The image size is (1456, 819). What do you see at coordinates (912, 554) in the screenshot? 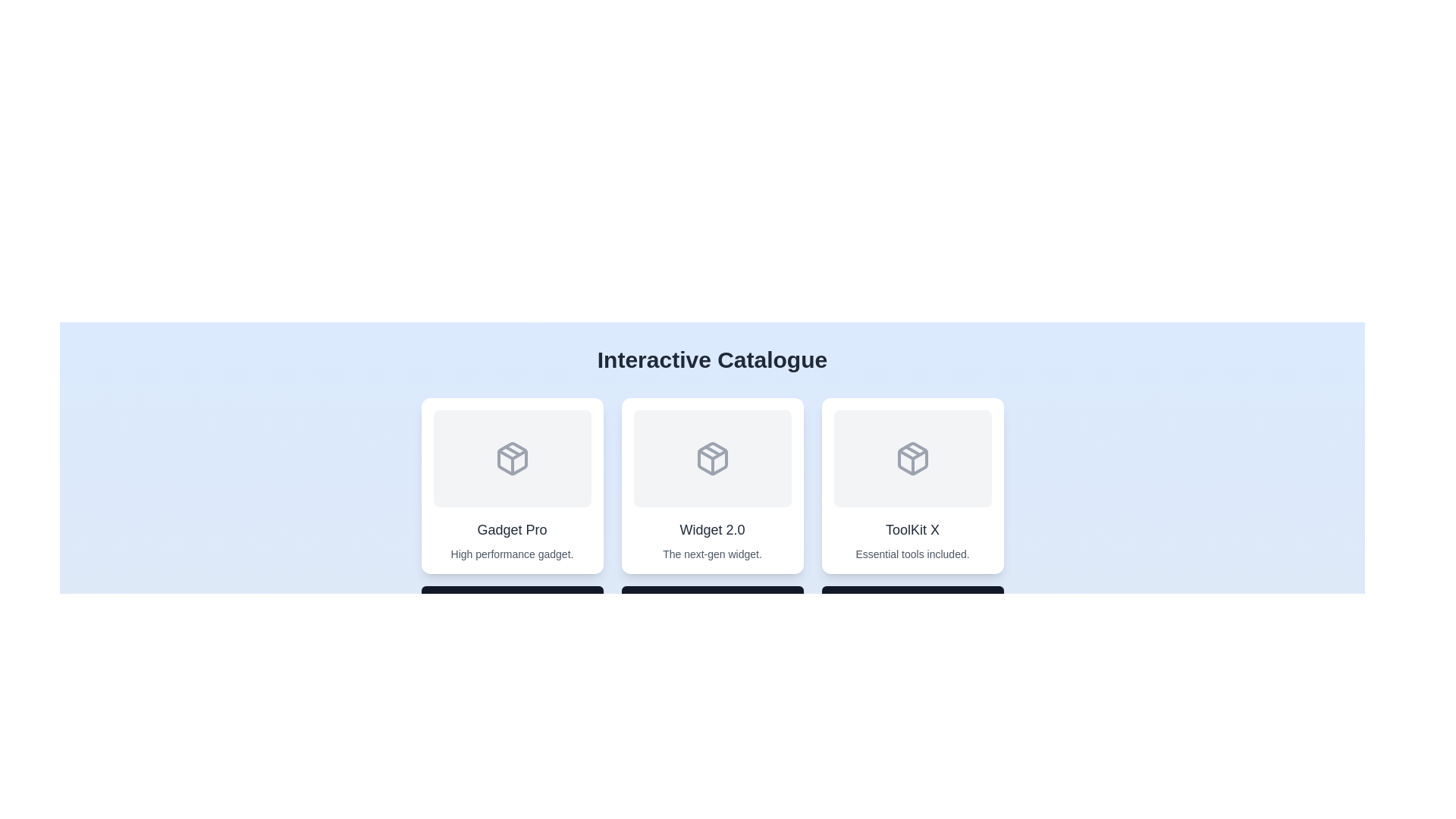
I see `the text label located at the bottom of the 'ToolKit X' card, which provides additional information or a feature summary` at bounding box center [912, 554].